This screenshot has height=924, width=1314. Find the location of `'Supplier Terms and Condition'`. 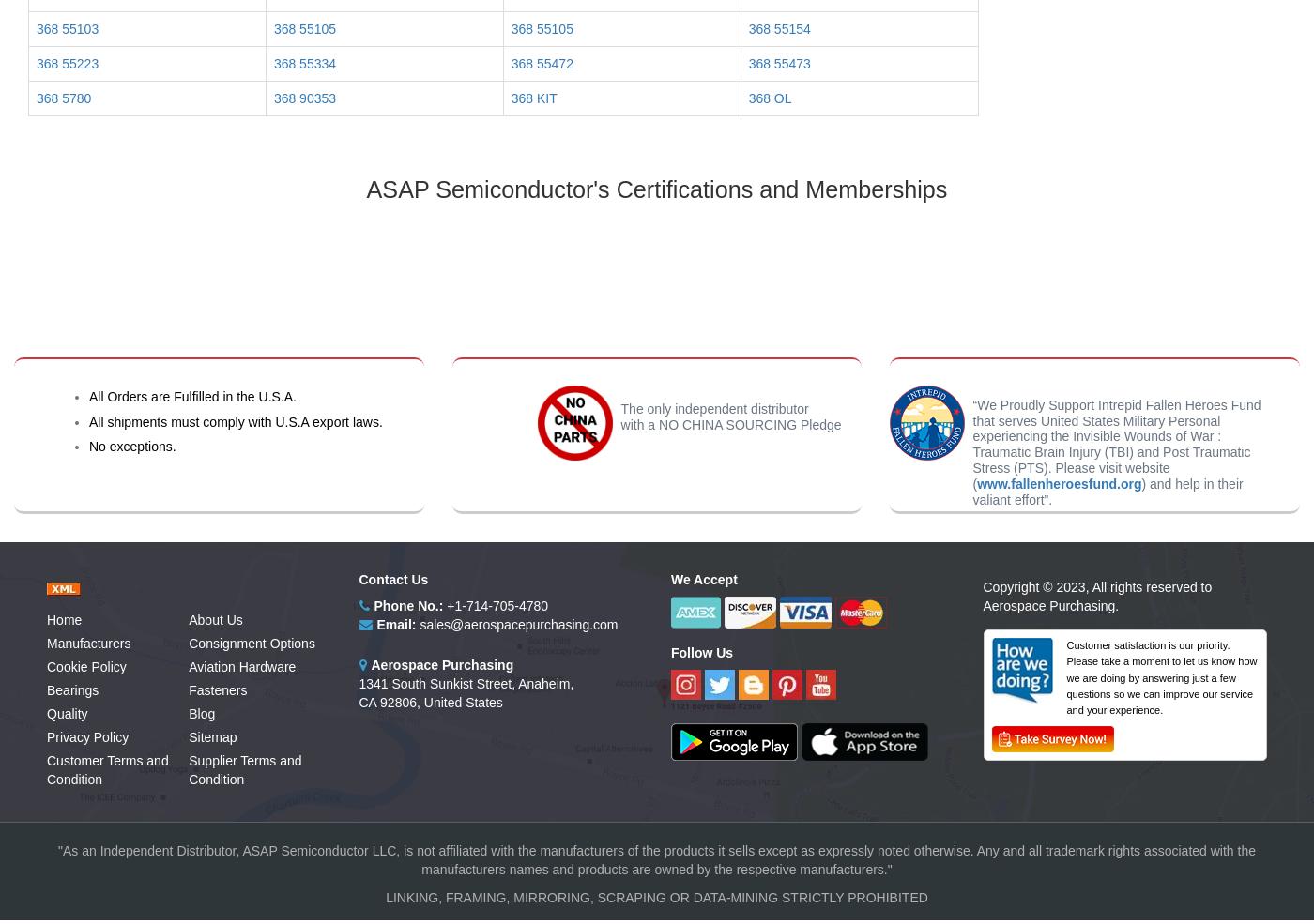

'Supplier Terms and Condition' is located at coordinates (244, 768).